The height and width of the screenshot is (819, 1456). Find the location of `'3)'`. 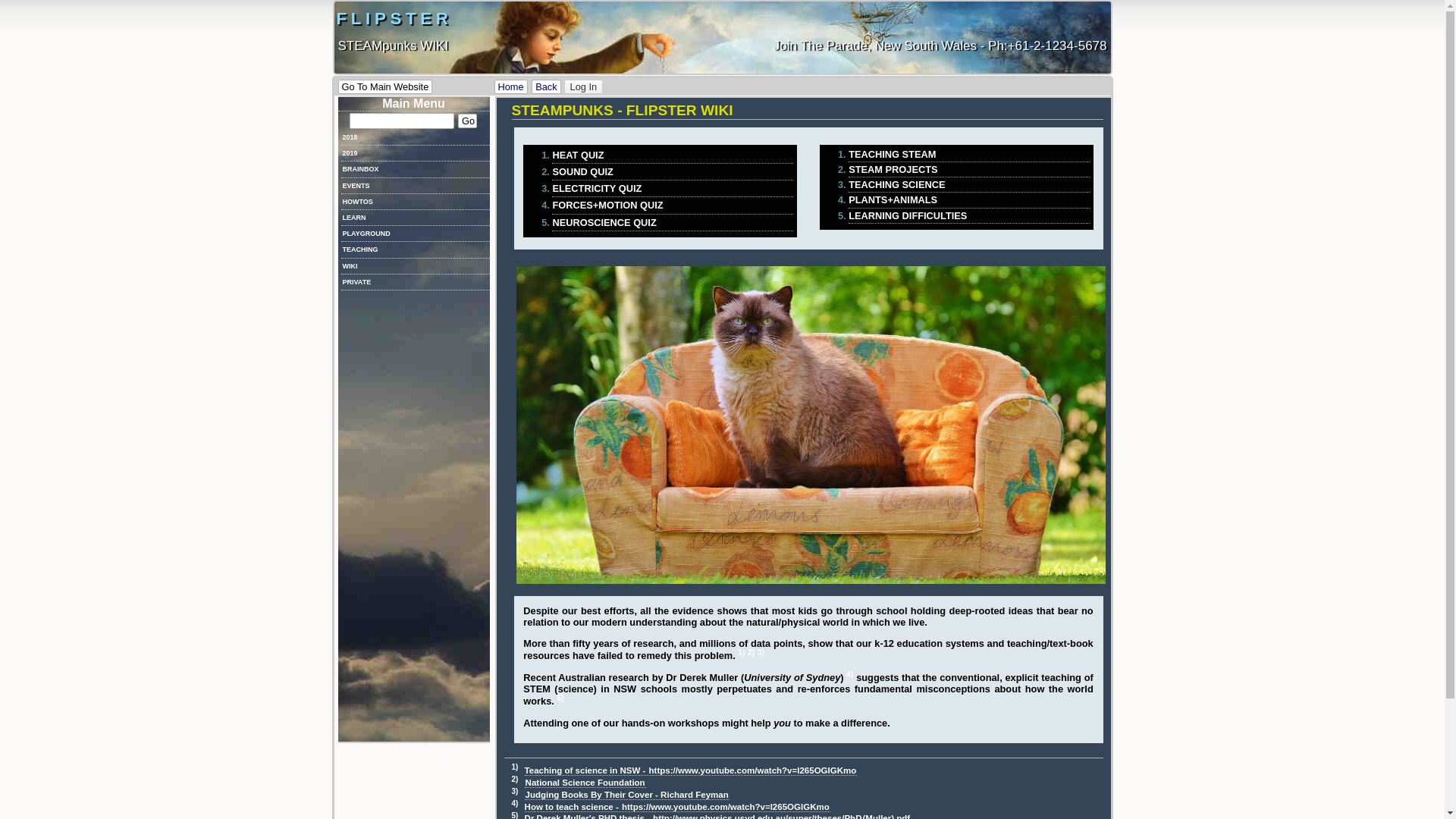

'3)' is located at coordinates (510, 790).